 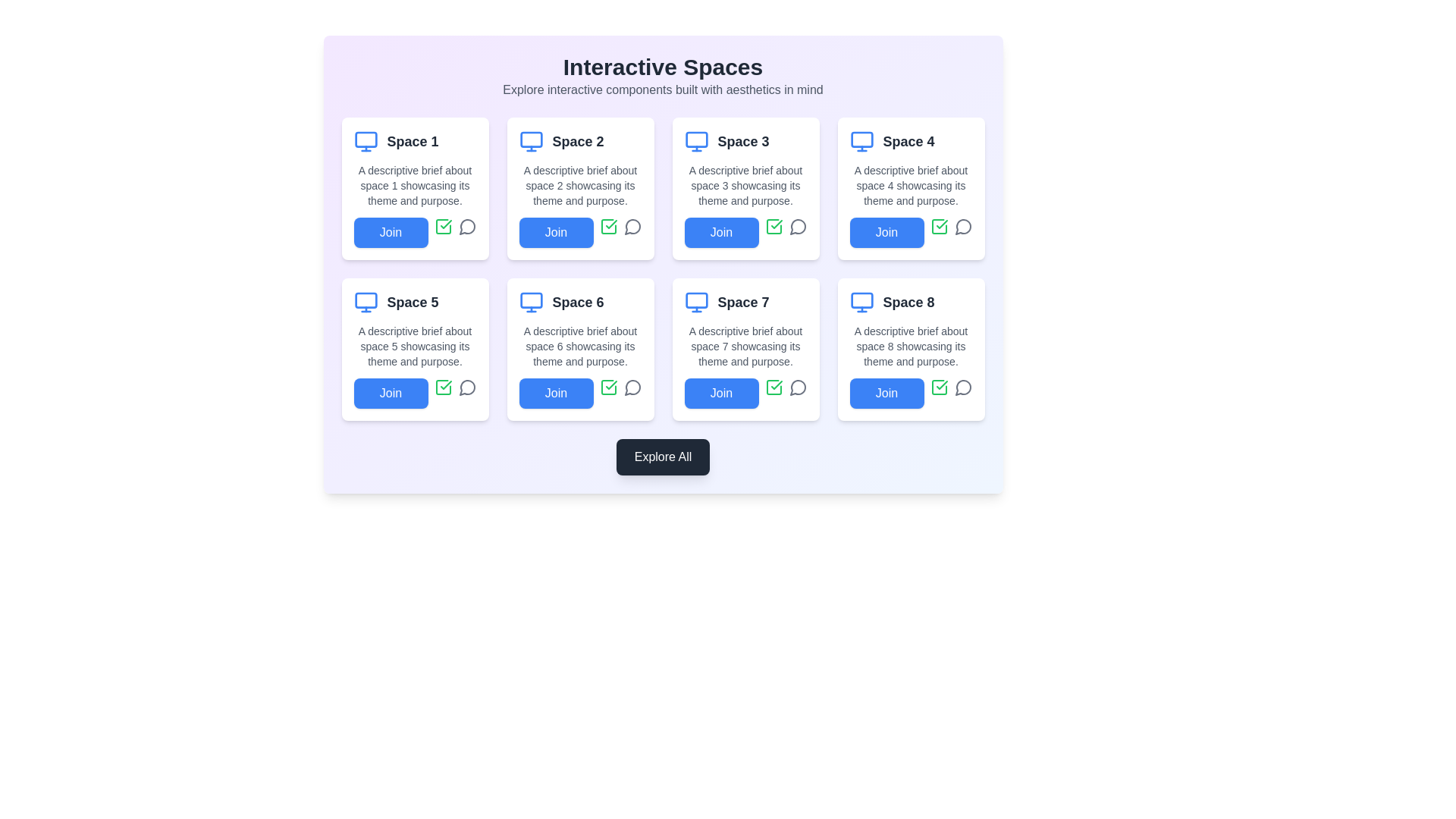 I want to click on the small green checkmark icon located in 'Space 7' of the bottom row grid, which is positioned to the right of the 'Join' button, so click(x=776, y=384).